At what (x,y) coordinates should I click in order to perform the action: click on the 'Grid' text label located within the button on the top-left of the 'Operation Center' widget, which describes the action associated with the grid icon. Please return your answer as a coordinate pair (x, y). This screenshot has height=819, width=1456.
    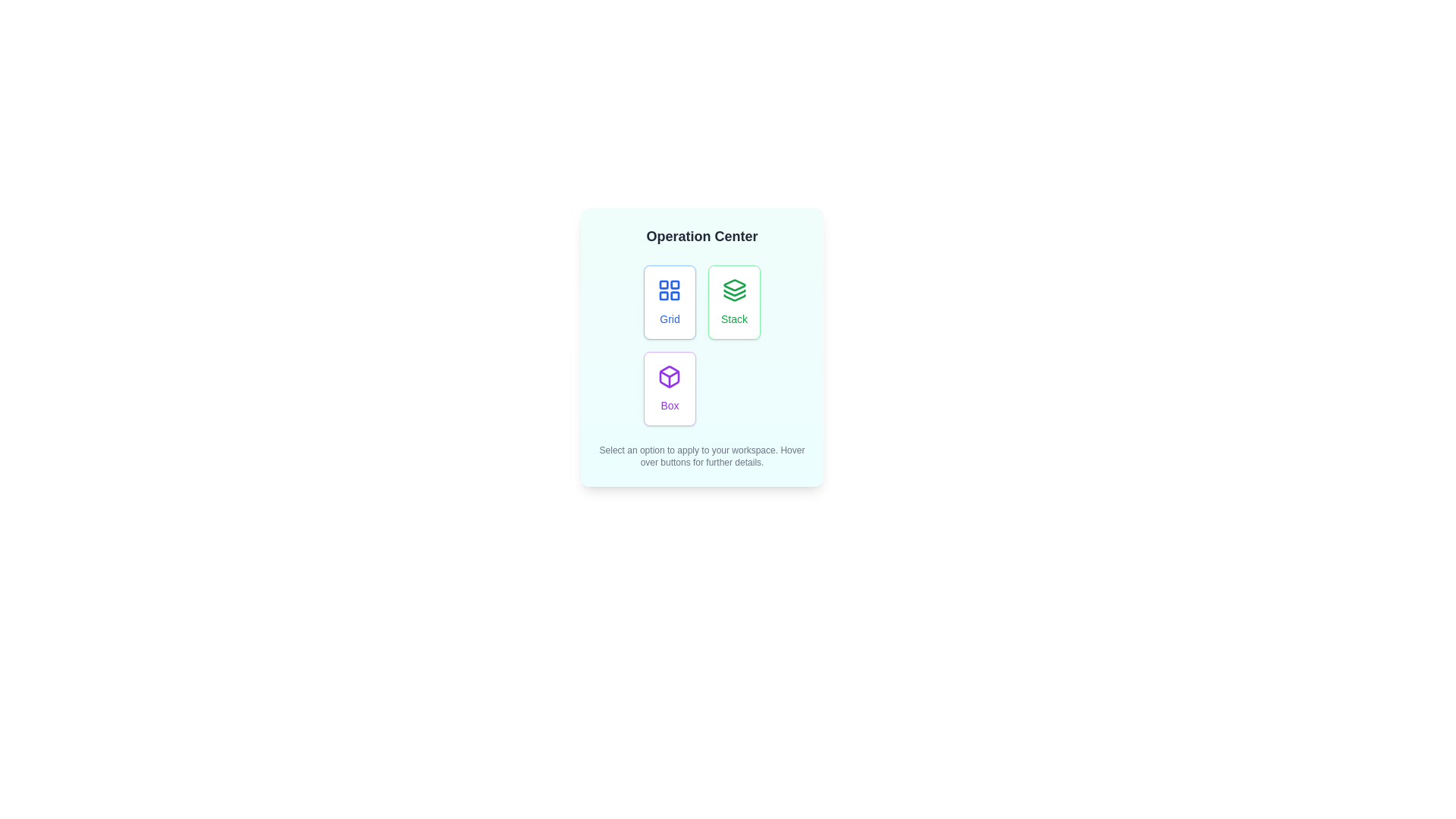
    Looking at the image, I should click on (669, 318).